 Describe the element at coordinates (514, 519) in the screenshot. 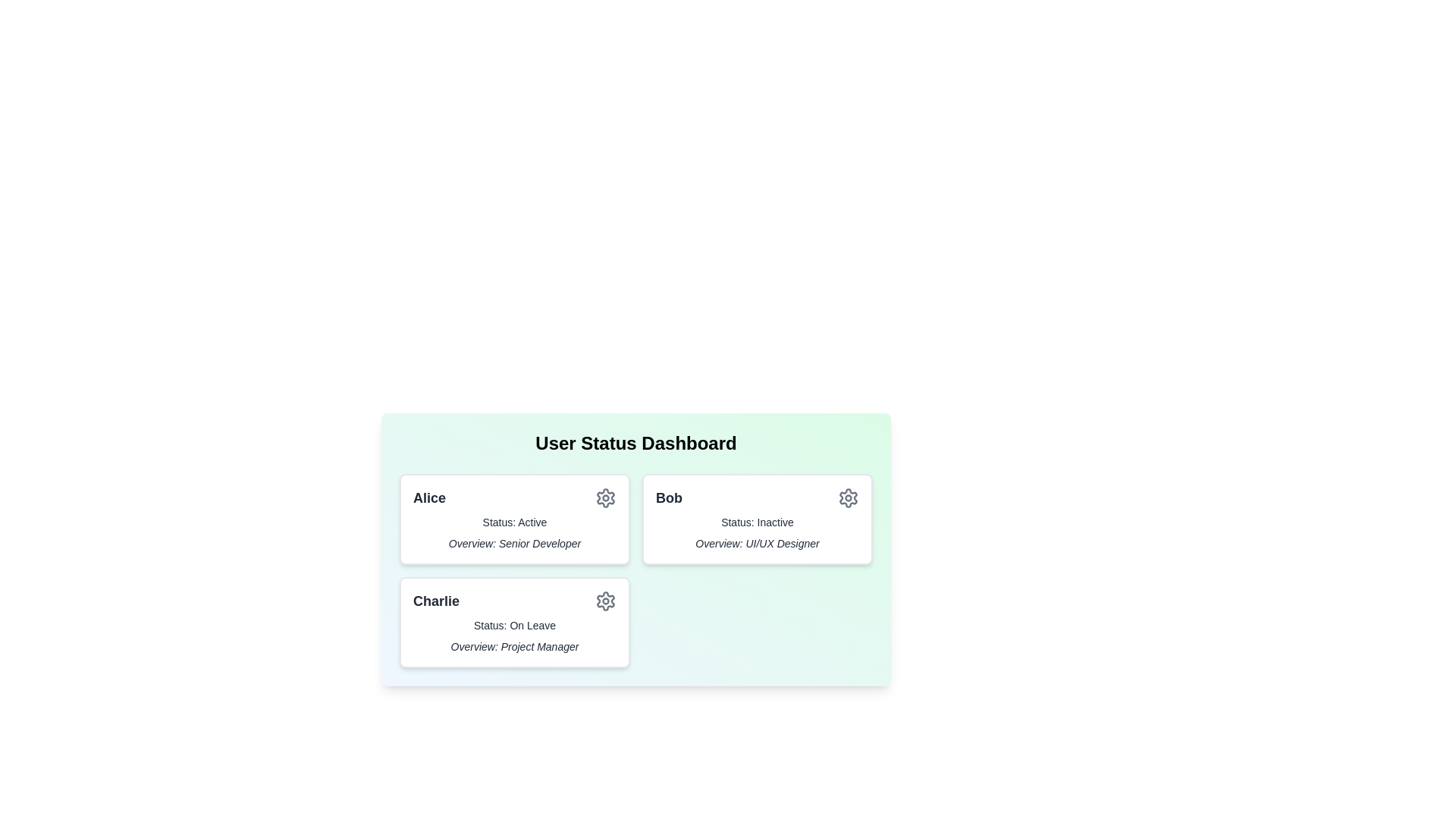

I see `the user card for Alice to toggle their selection` at that location.